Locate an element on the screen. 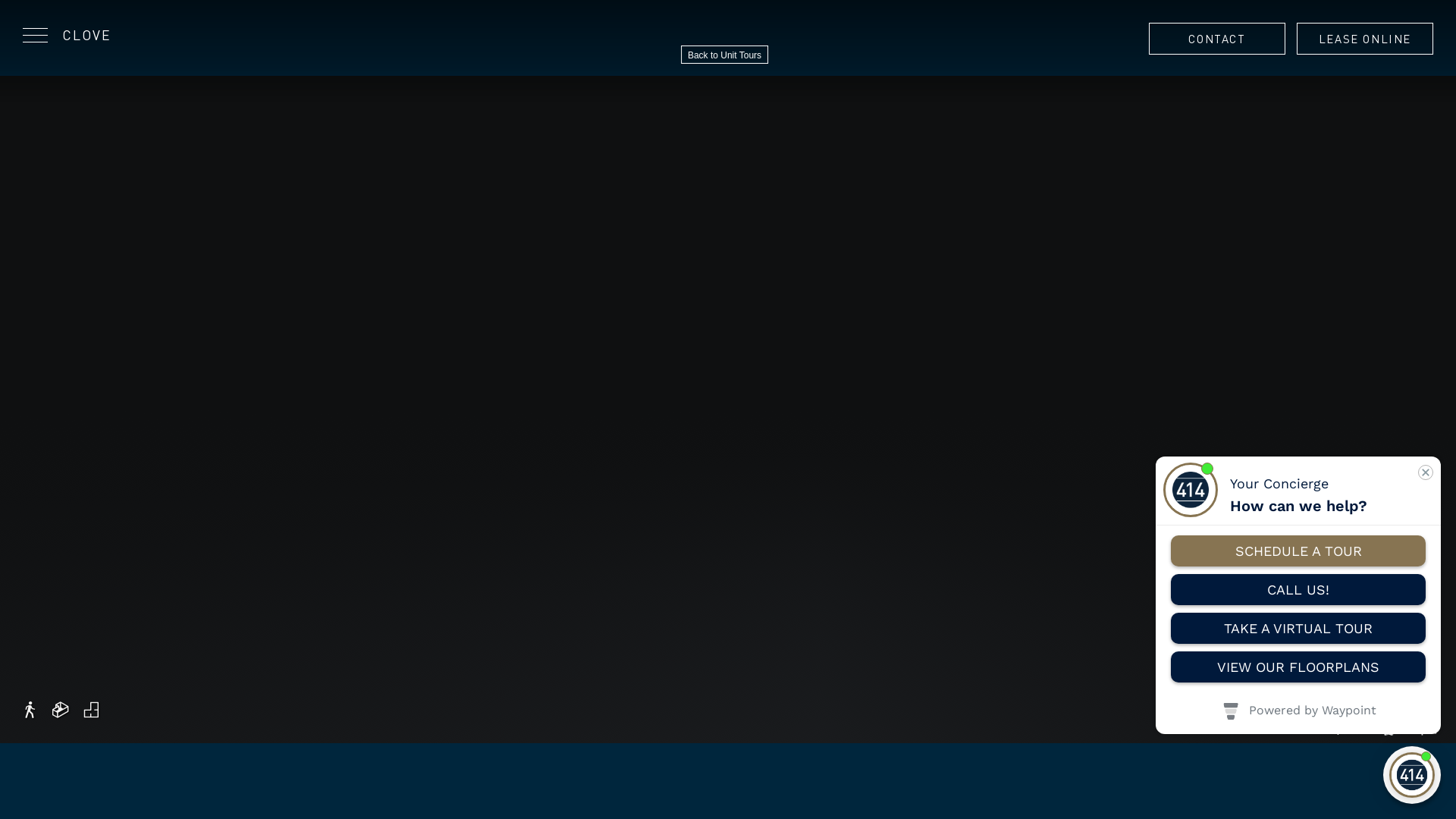  'LEASE ONLINE' is located at coordinates (1365, 37).